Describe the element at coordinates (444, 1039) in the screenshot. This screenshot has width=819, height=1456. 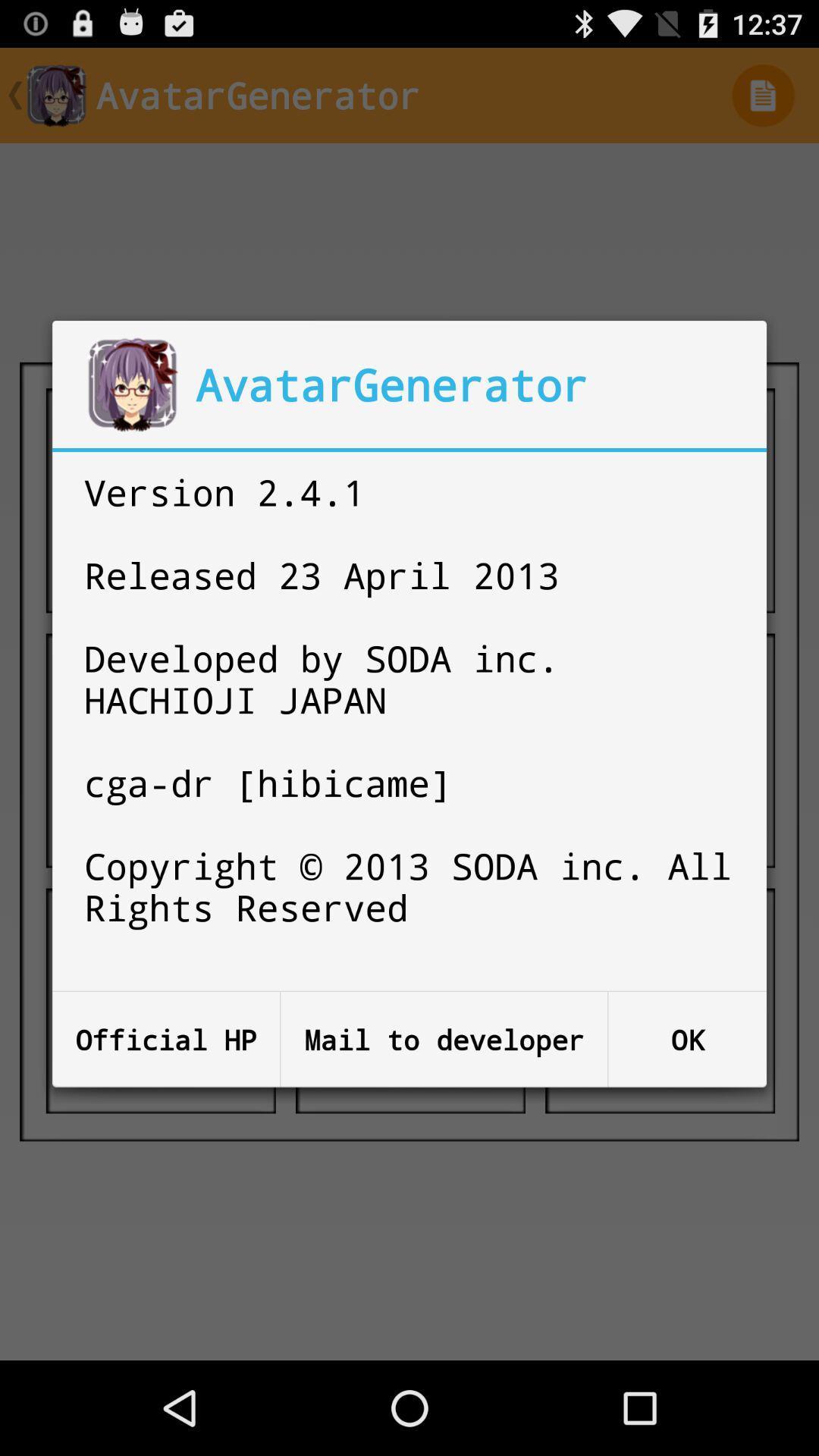
I see `app below version 2 4 item` at that location.